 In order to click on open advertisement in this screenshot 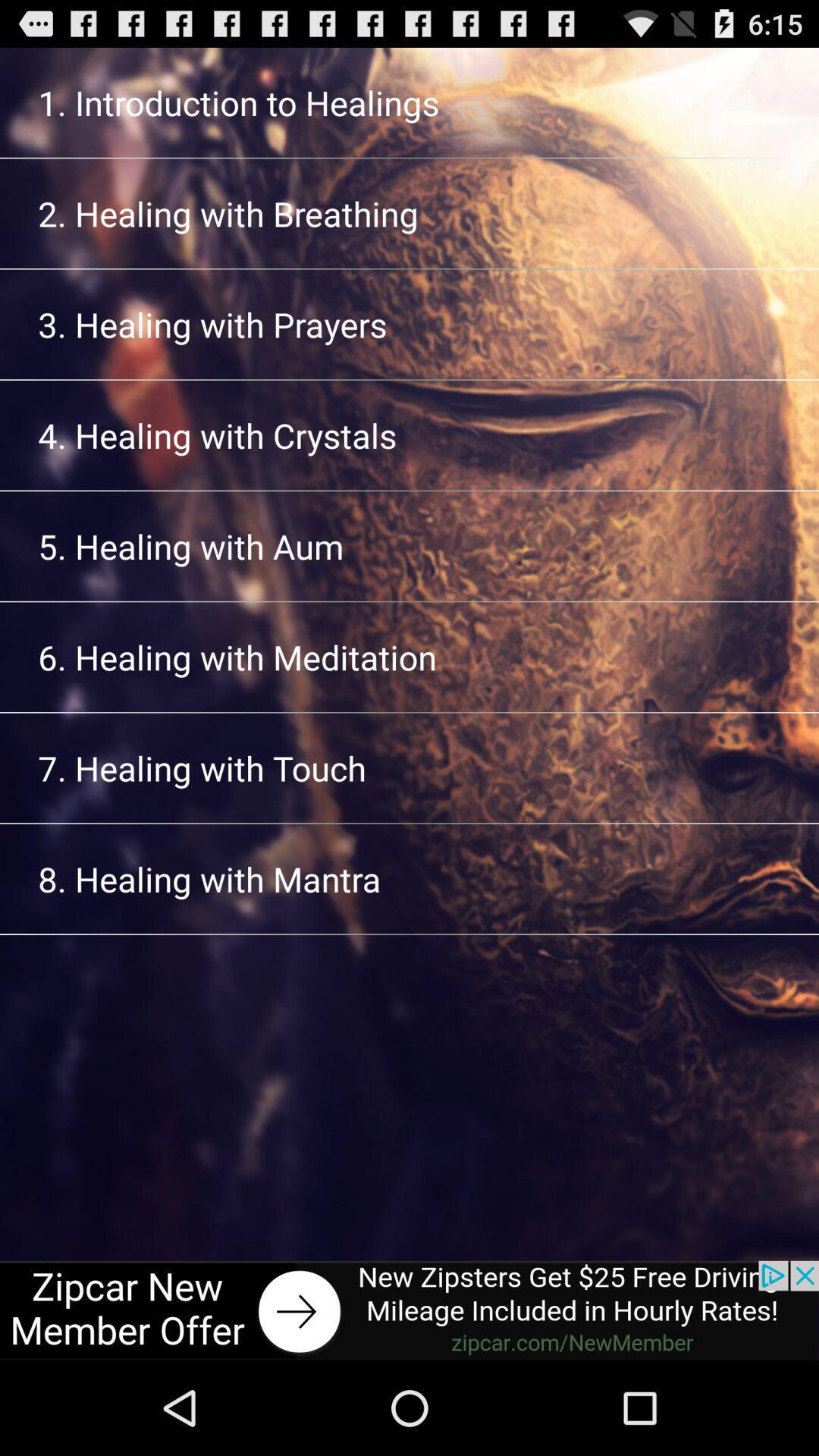, I will do `click(409, 1310)`.